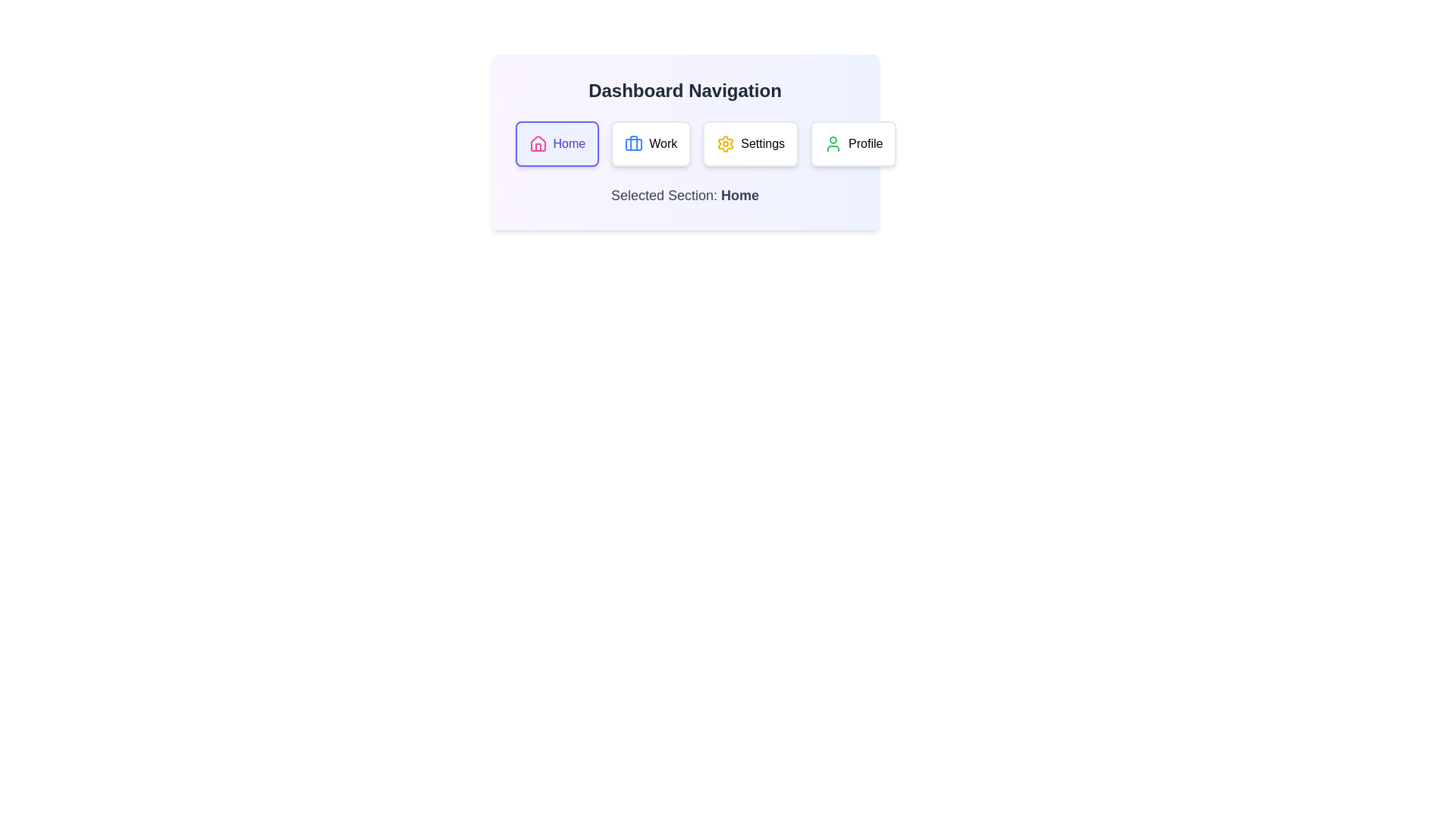 The width and height of the screenshot is (1456, 819). What do you see at coordinates (556, 143) in the screenshot?
I see `the 'Home' button located in the top left of the navigation bar, which has a light indigo background and a pink home icon` at bounding box center [556, 143].